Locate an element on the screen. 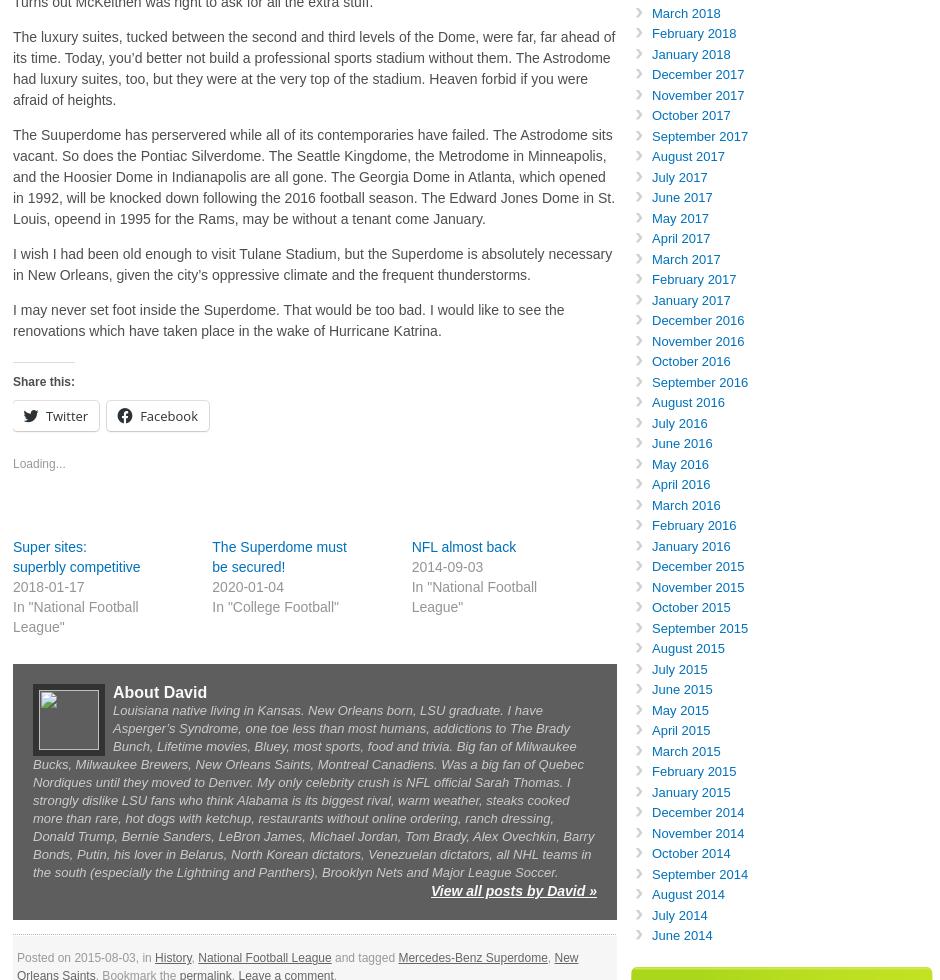 The width and height of the screenshot is (940, 980). 'December 2015' is located at coordinates (697, 566).